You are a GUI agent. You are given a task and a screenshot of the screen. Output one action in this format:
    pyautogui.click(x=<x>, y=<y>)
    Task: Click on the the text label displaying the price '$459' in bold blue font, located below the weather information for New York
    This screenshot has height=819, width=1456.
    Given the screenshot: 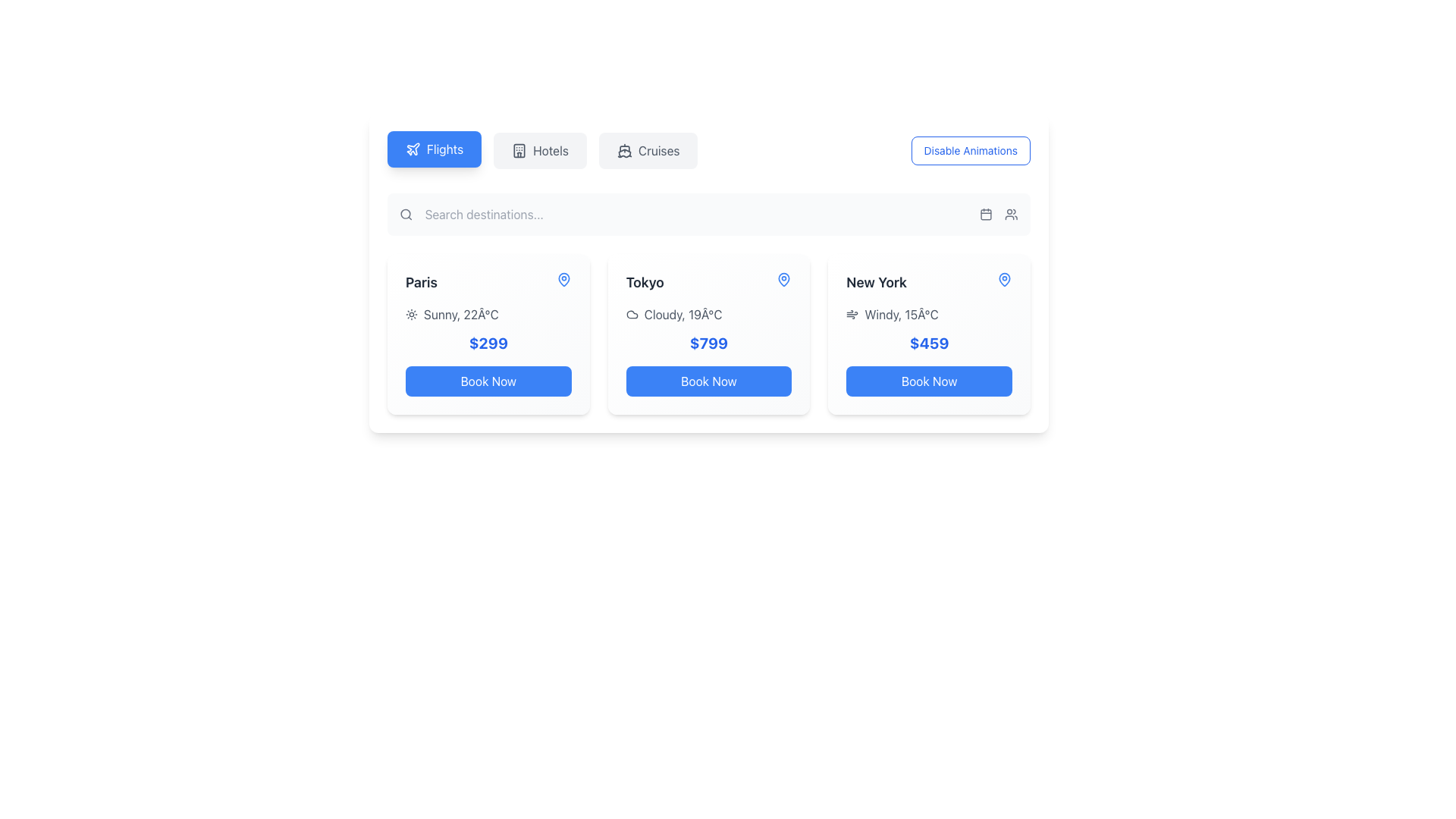 What is the action you would take?
    pyautogui.click(x=928, y=343)
    